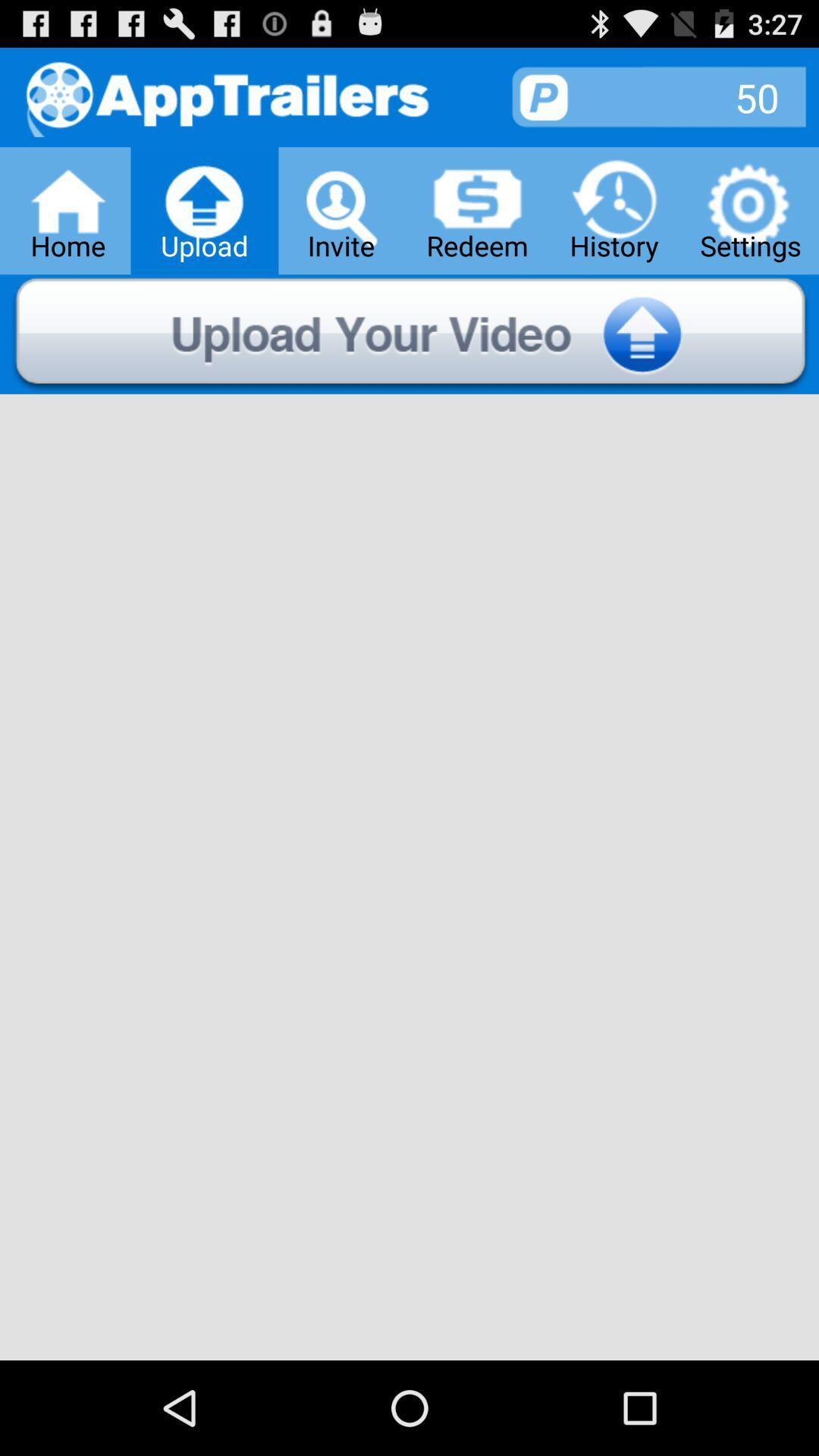 This screenshot has height=1456, width=819. I want to click on download, so click(409, 334).